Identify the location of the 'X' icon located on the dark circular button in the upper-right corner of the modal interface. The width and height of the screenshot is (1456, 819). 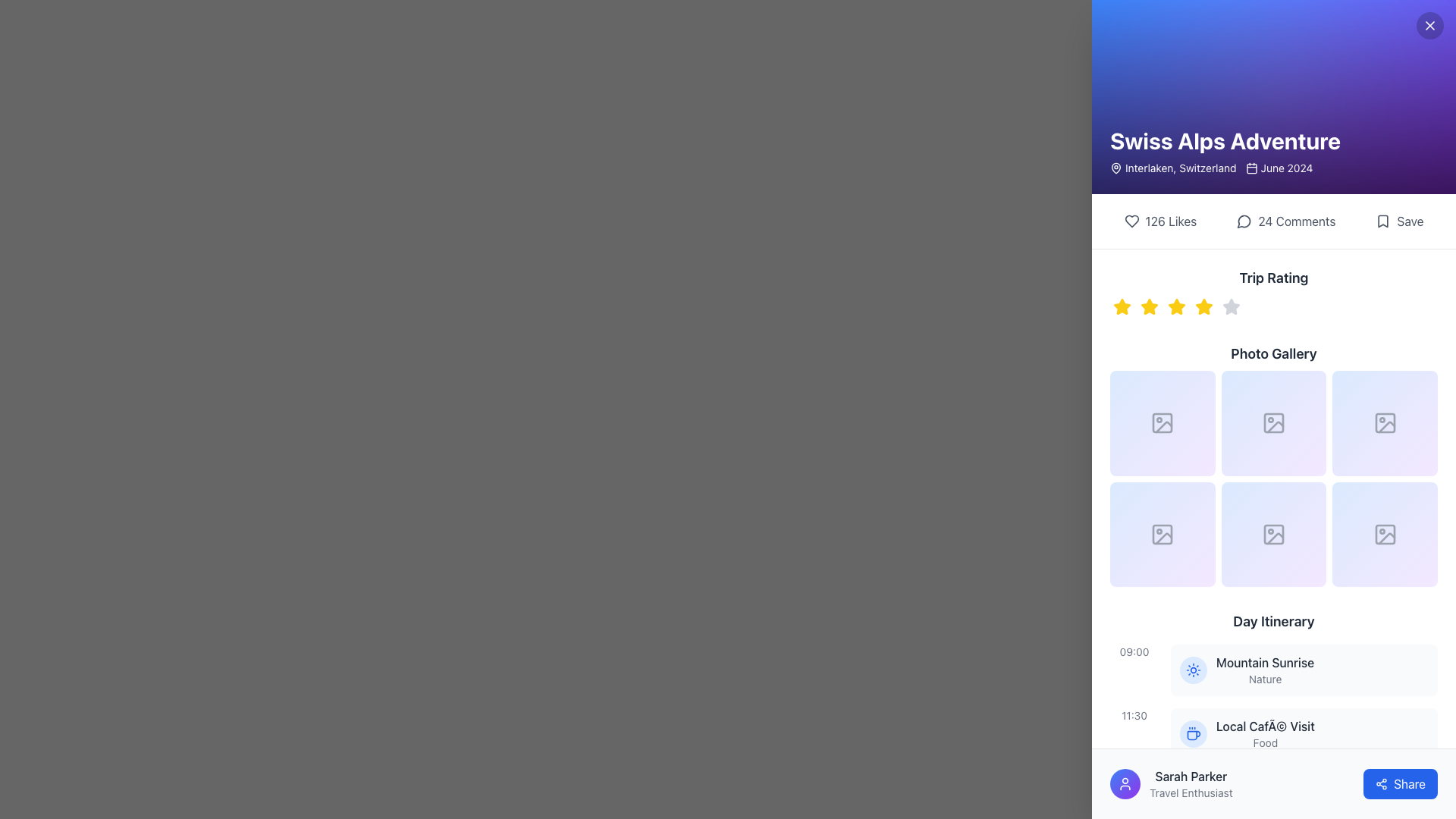
(1429, 26).